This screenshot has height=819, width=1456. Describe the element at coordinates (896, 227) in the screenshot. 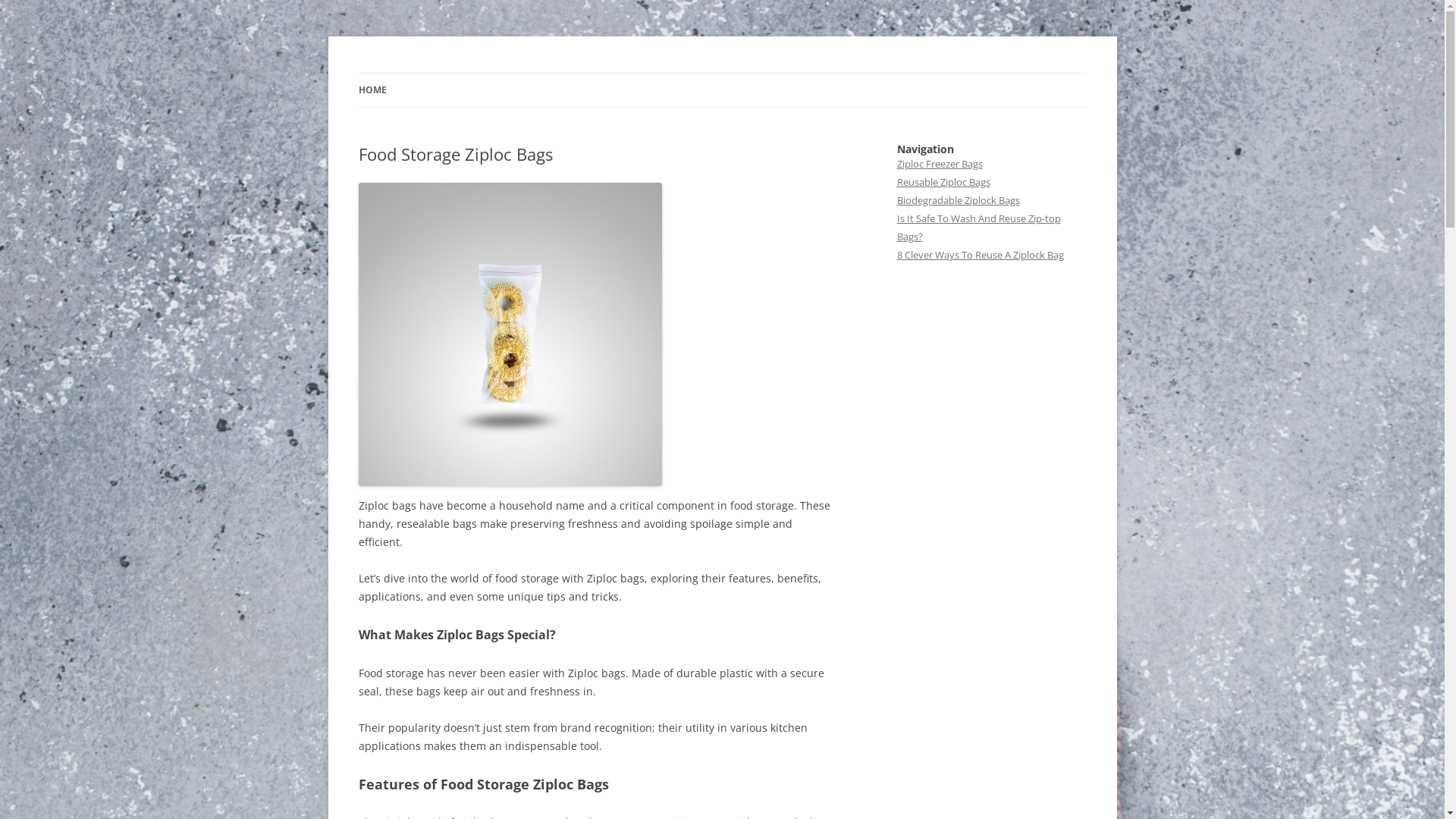

I see `'Is It Safe To Wash And Reuse Zip-top Bags?'` at that location.